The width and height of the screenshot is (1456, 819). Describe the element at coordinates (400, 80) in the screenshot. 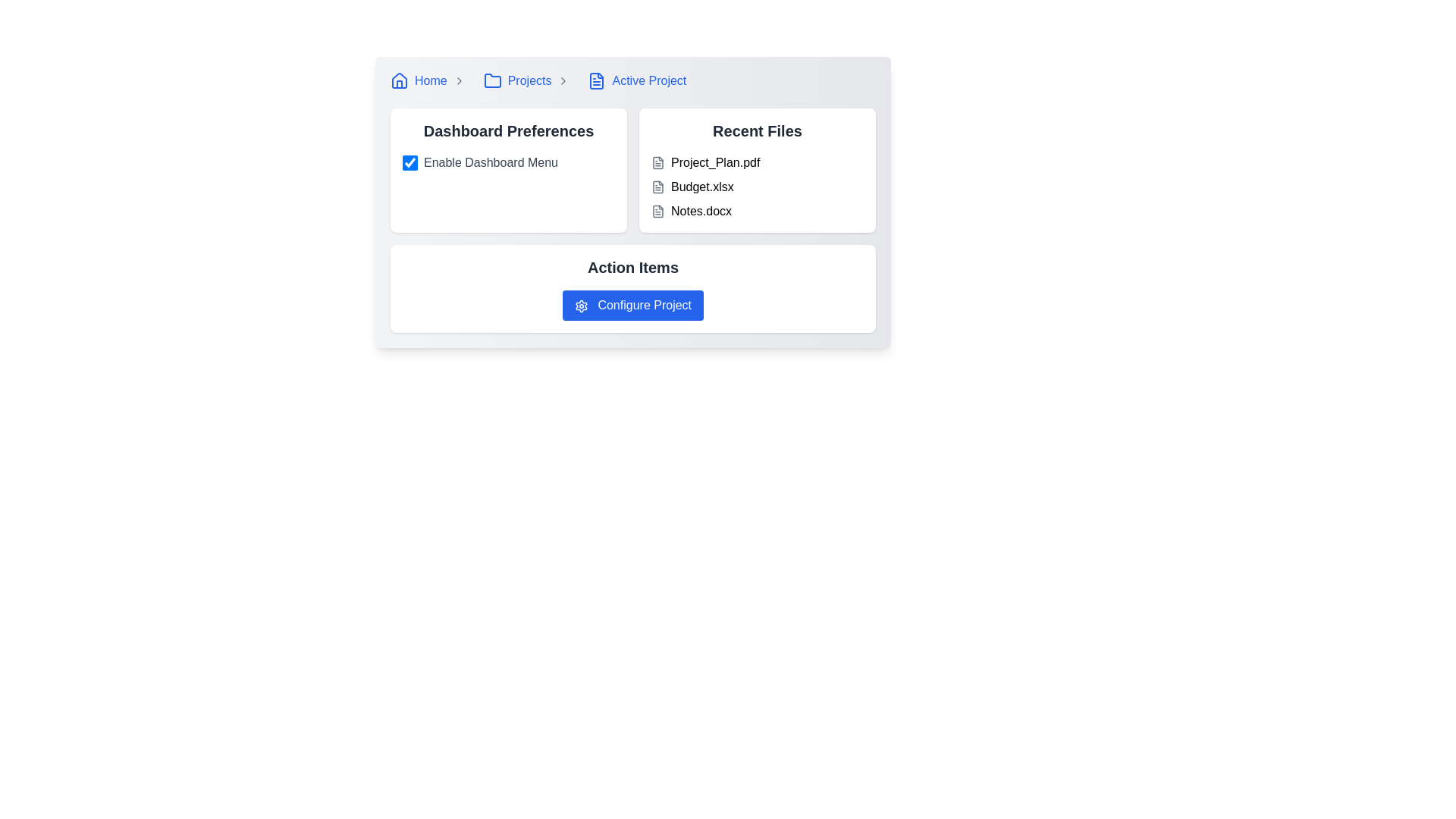

I see `the roof of the house icon in the 'Home' breadcrumb navigation, which is part of the SVG graphical representation` at that location.